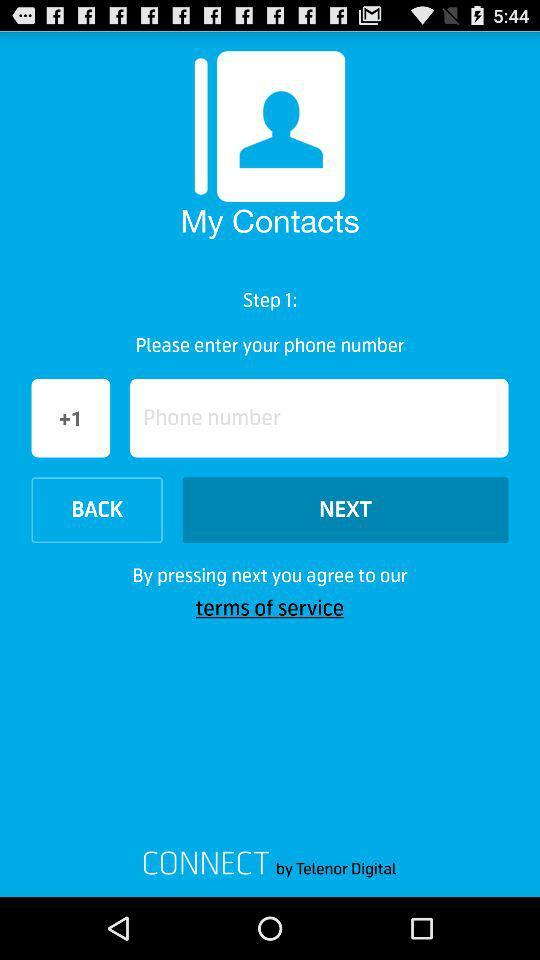  Describe the element at coordinates (319, 417) in the screenshot. I see `your phone number` at that location.